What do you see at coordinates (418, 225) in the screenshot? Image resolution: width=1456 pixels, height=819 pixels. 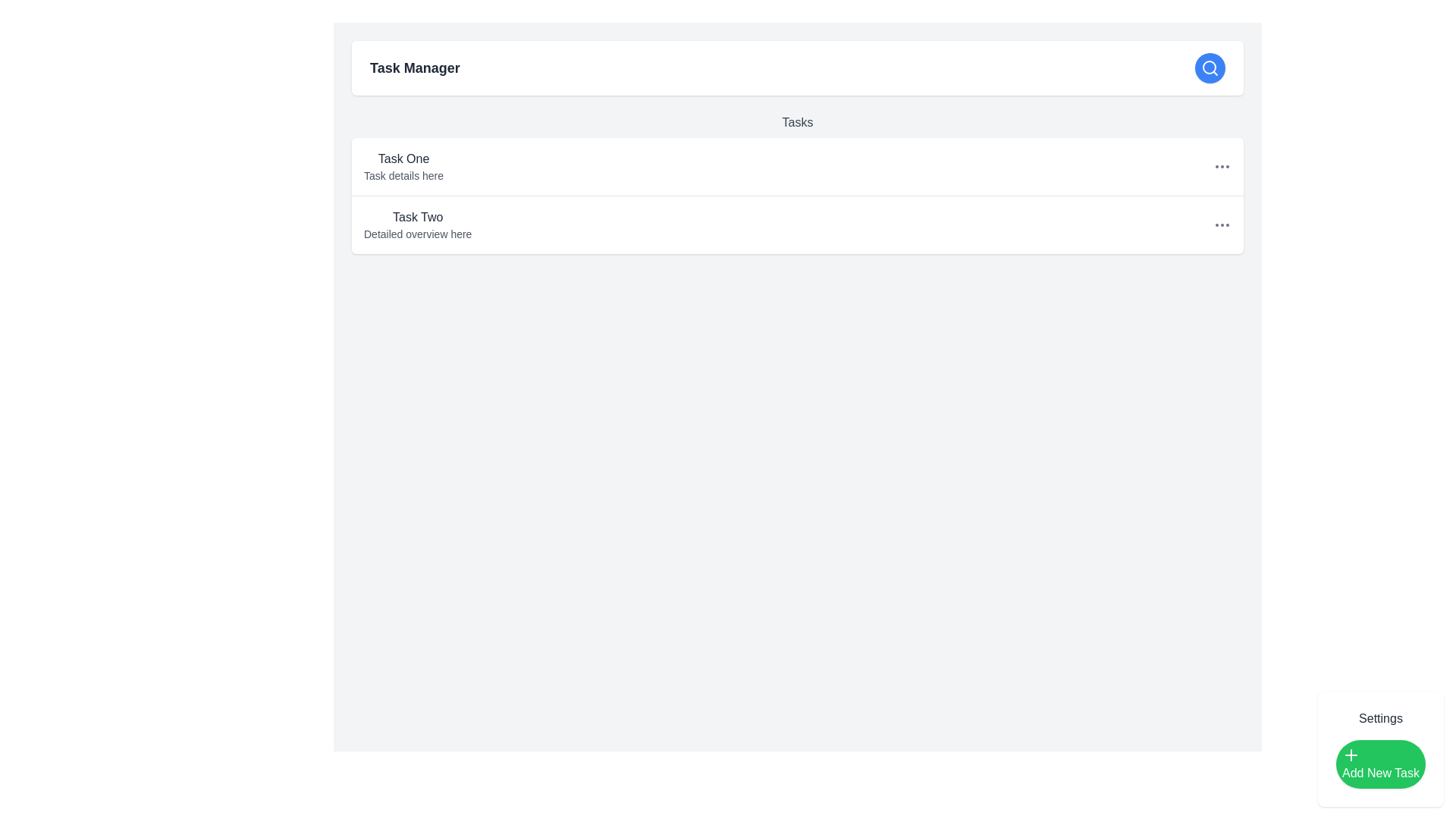 I see `the list item displaying the title 'Task Two' to get additional context` at bounding box center [418, 225].